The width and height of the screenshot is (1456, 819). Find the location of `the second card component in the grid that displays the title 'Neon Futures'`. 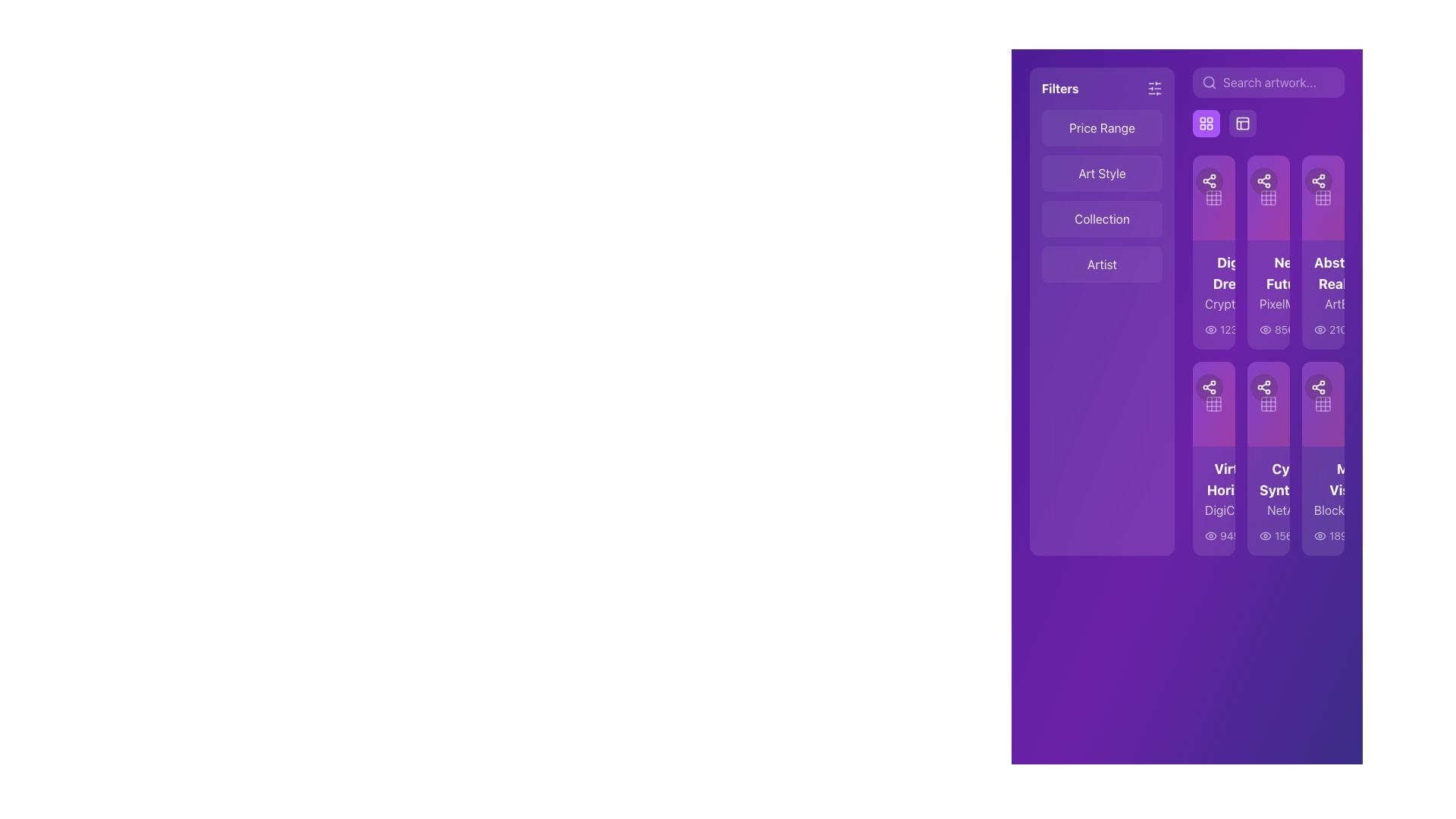

the second card component in the grid that displays the title 'Neon Futures' is located at coordinates (1269, 251).